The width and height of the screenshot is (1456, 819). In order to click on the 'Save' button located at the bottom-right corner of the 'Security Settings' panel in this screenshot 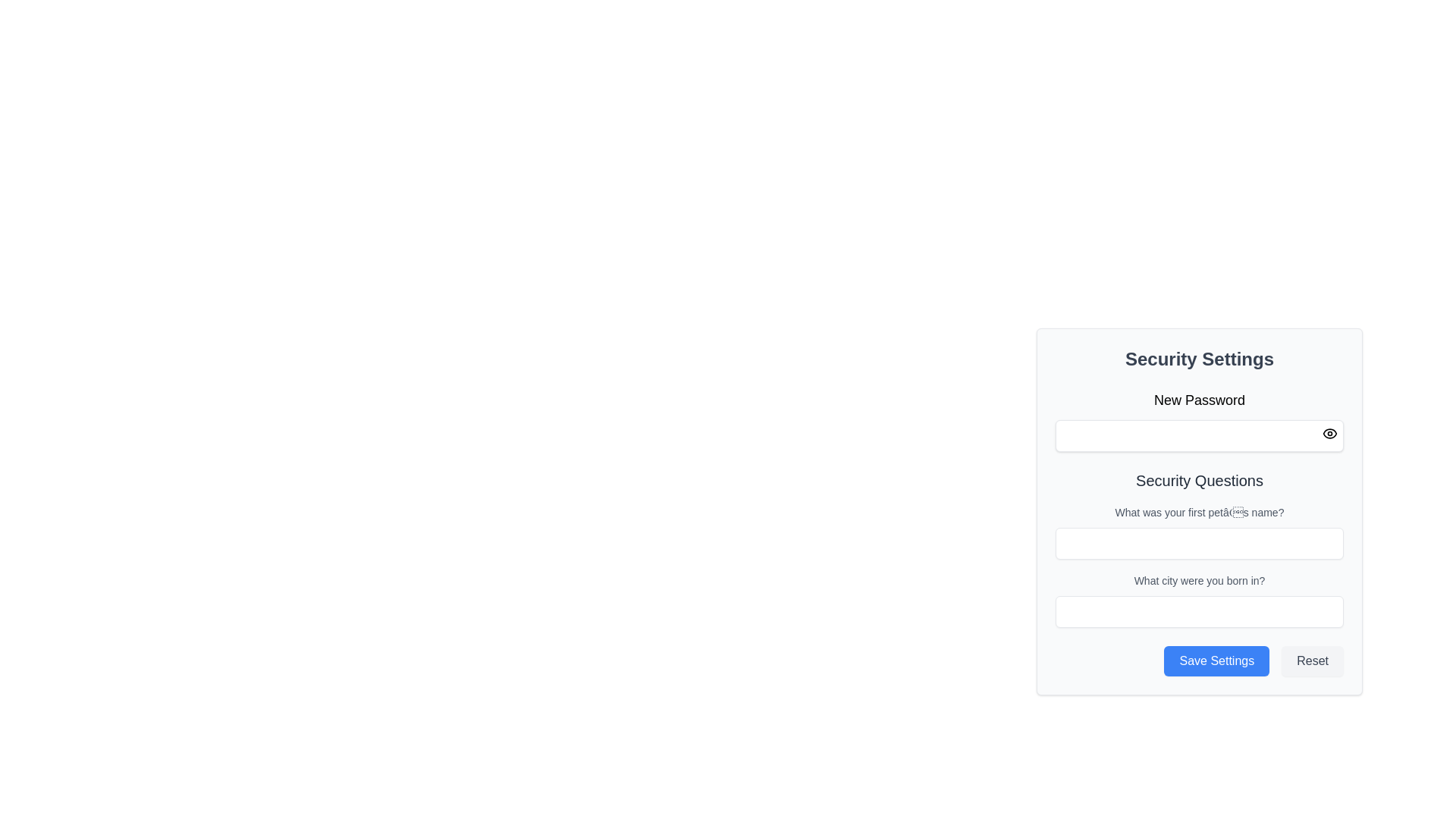, I will do `click(1216, 660)`.